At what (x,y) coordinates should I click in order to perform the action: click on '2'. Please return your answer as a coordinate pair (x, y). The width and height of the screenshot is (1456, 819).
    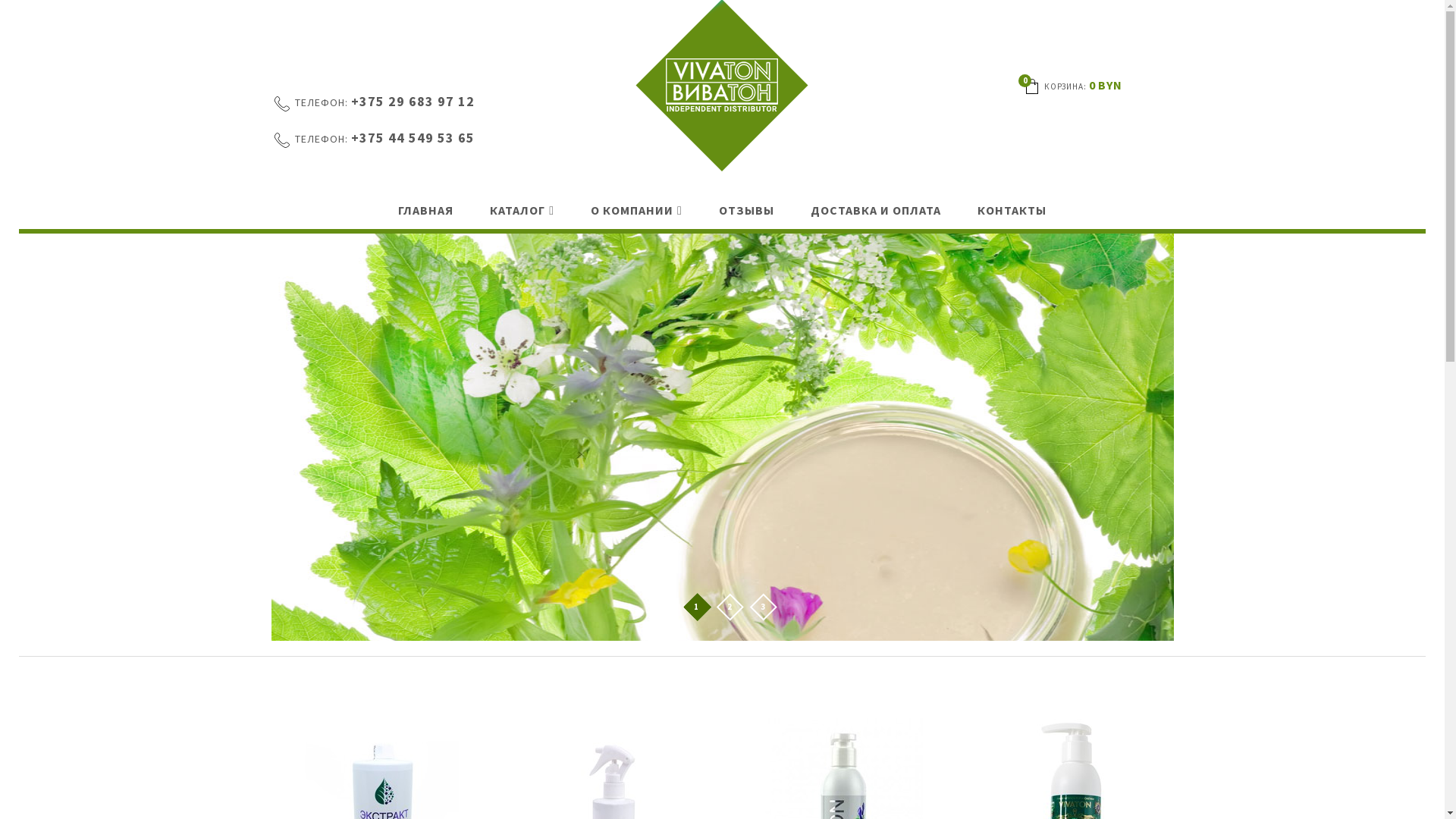
    Looking at the image, I should click on (729, 607).